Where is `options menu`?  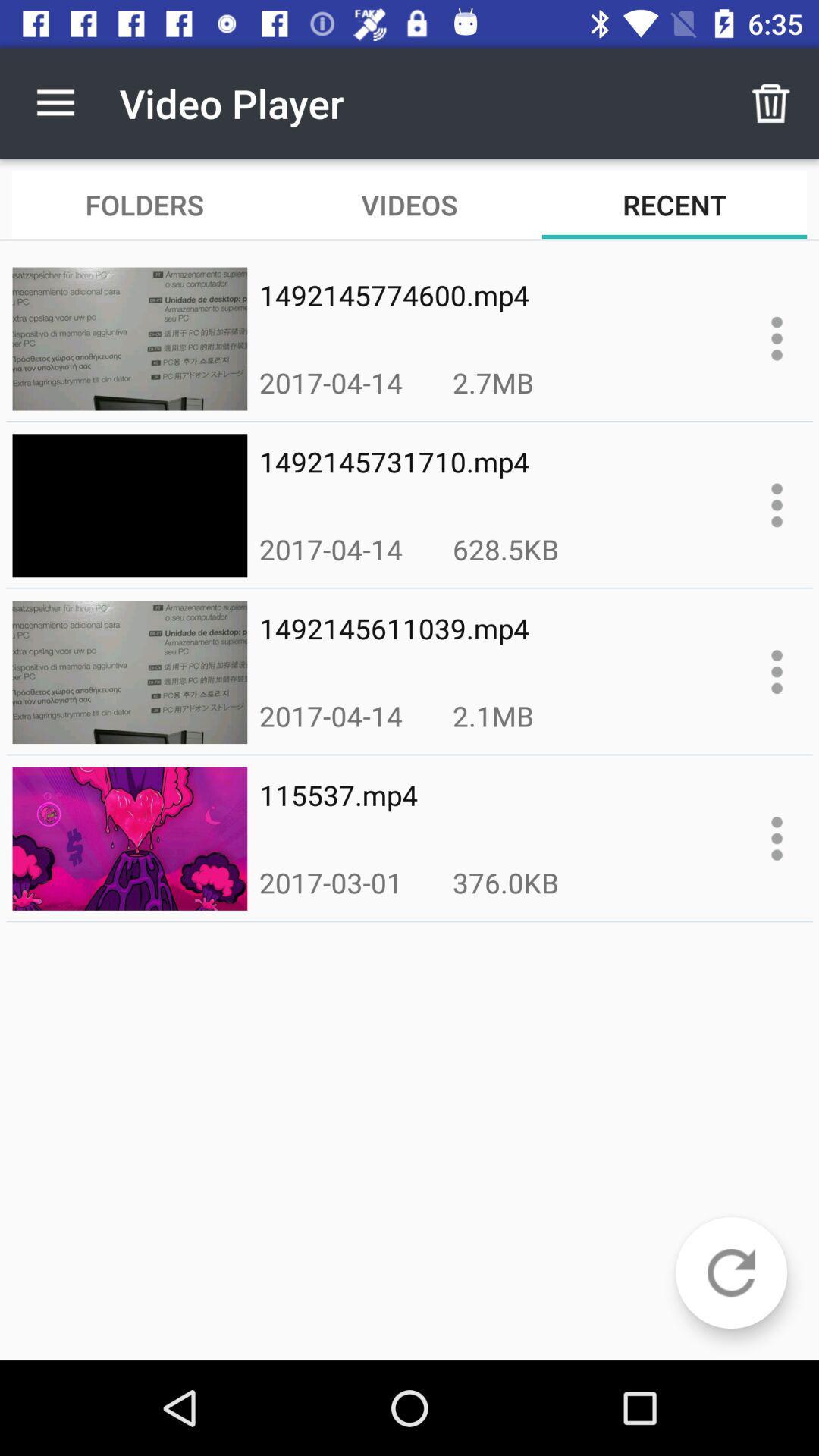
options menu is located at coordinates (777, 671).